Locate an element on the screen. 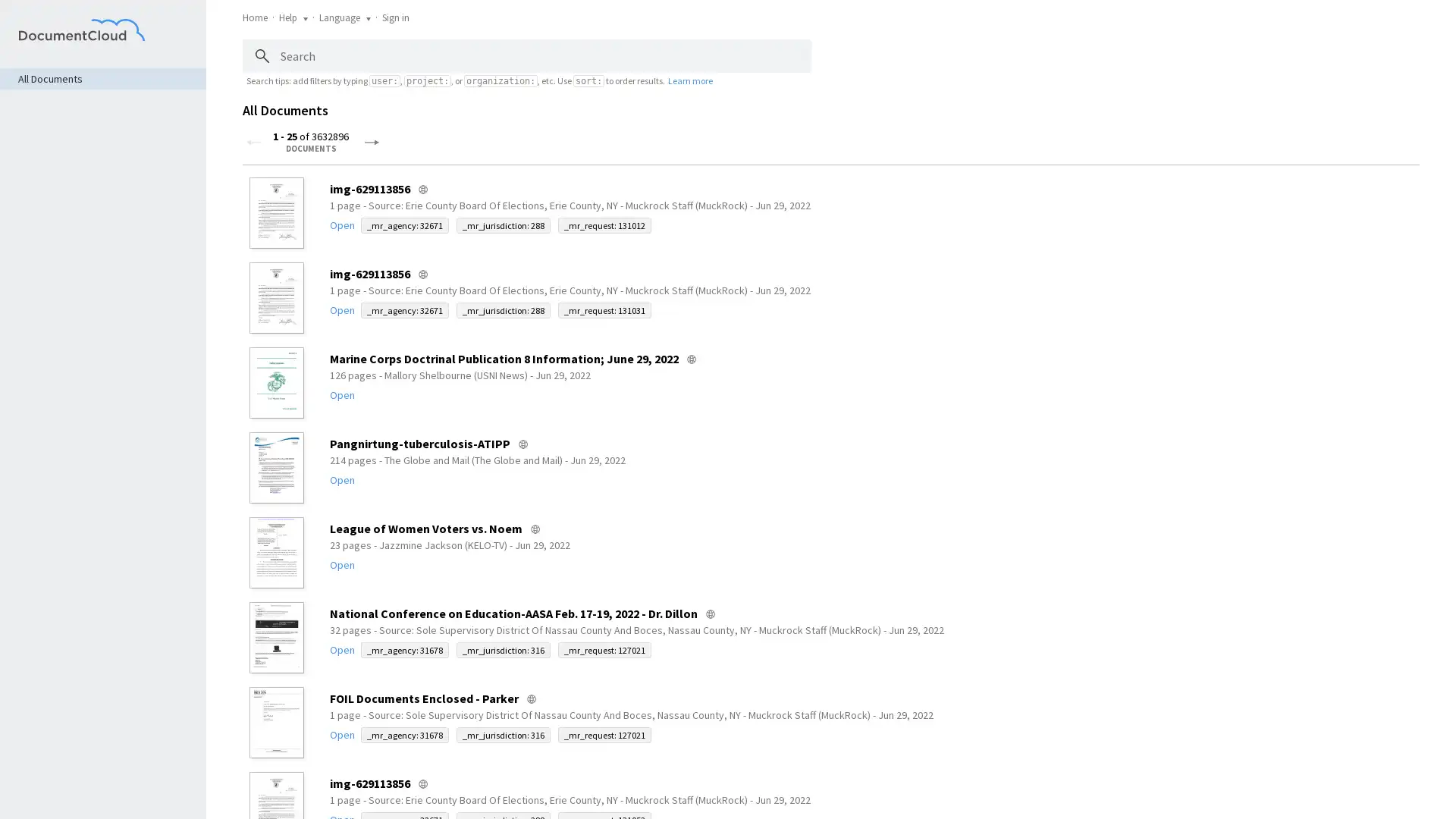  _mr_request: 127021 is located at coordinates (604, 733).